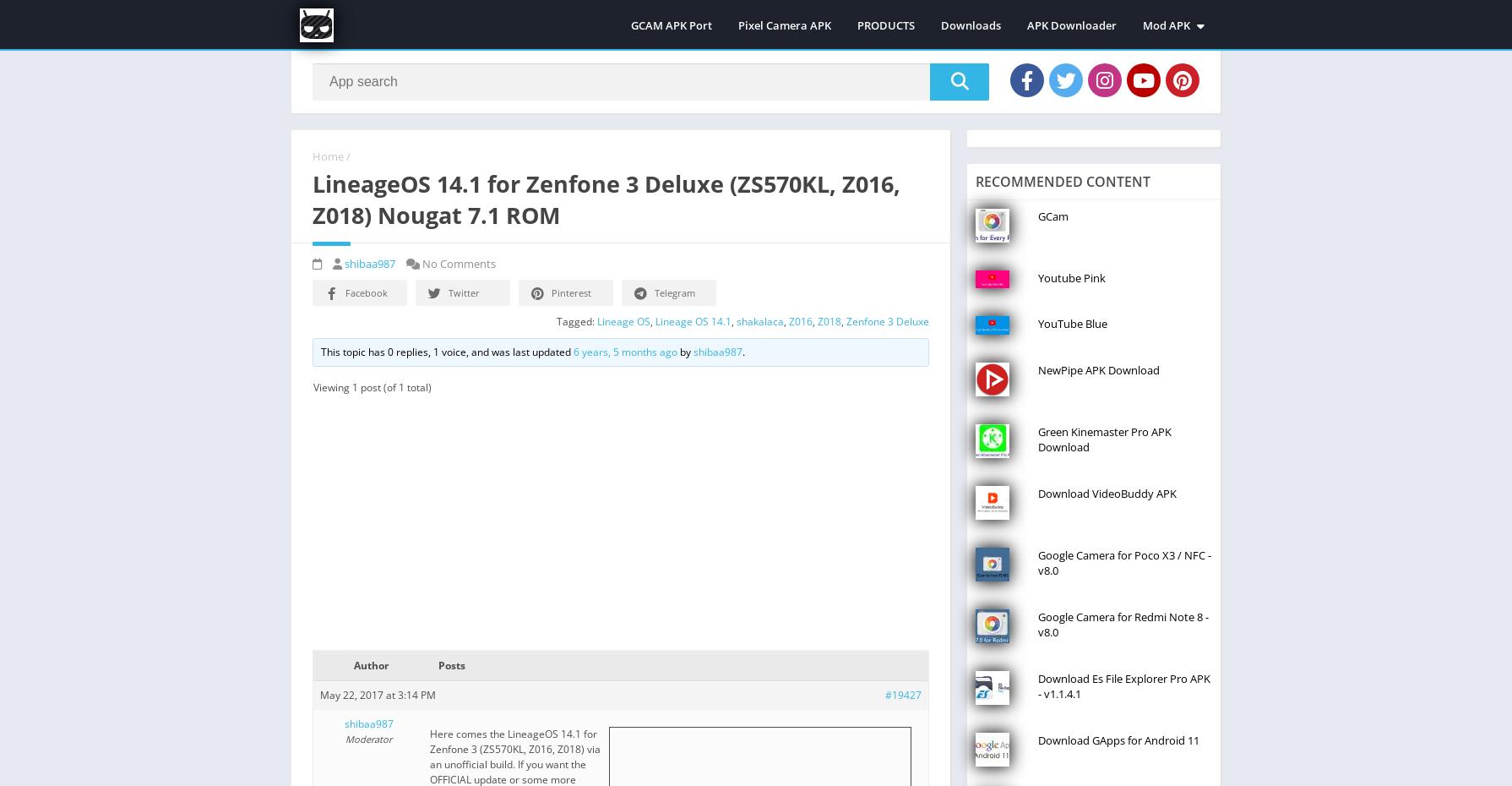 This screenshot has width=1512, height=786. I want to click on 'Twitter', so click(463, 291).